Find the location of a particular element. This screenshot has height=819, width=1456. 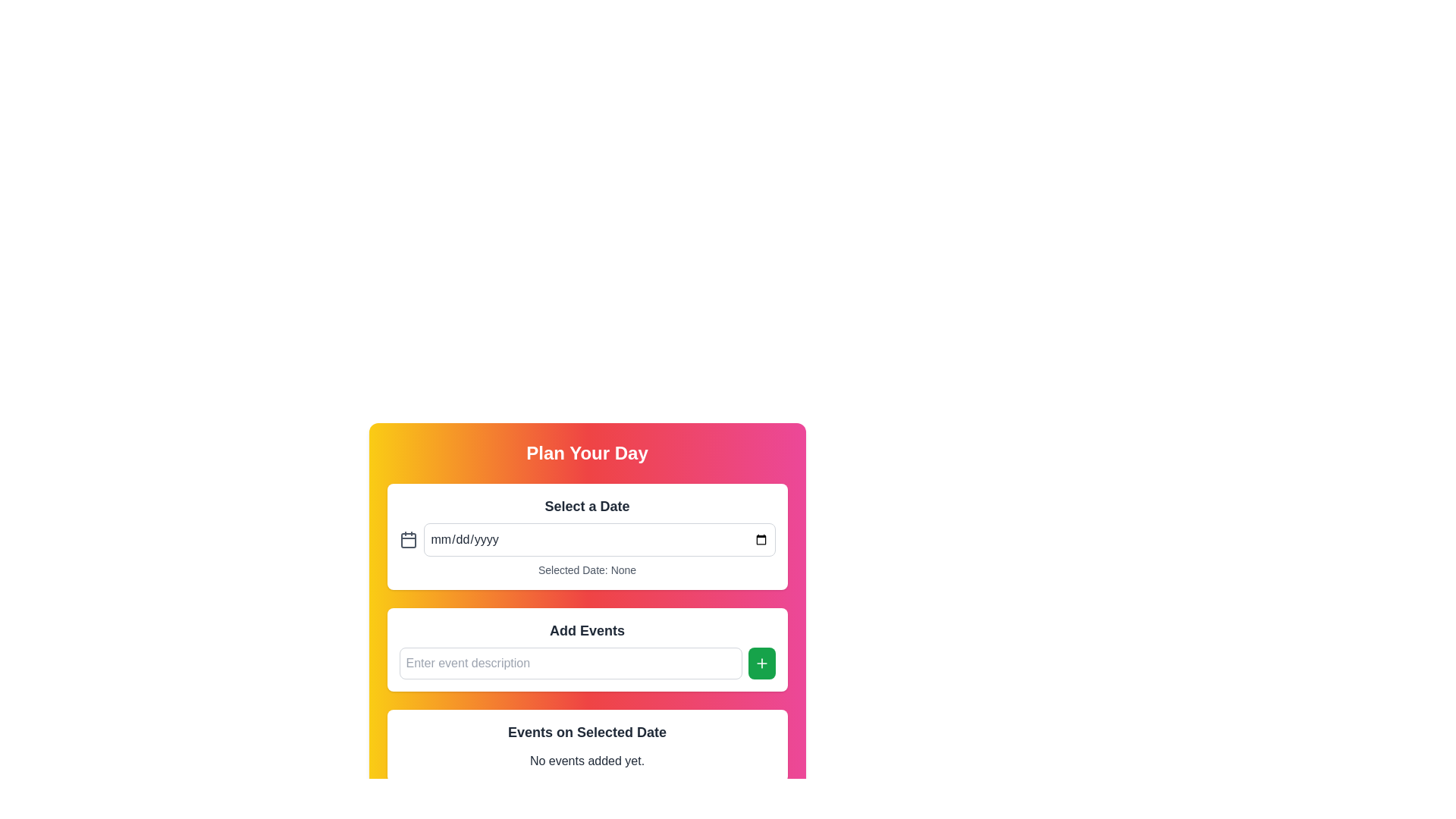

the Input group with a button to add events by tabbing through the UI elements is located at coordinates (586, 648).